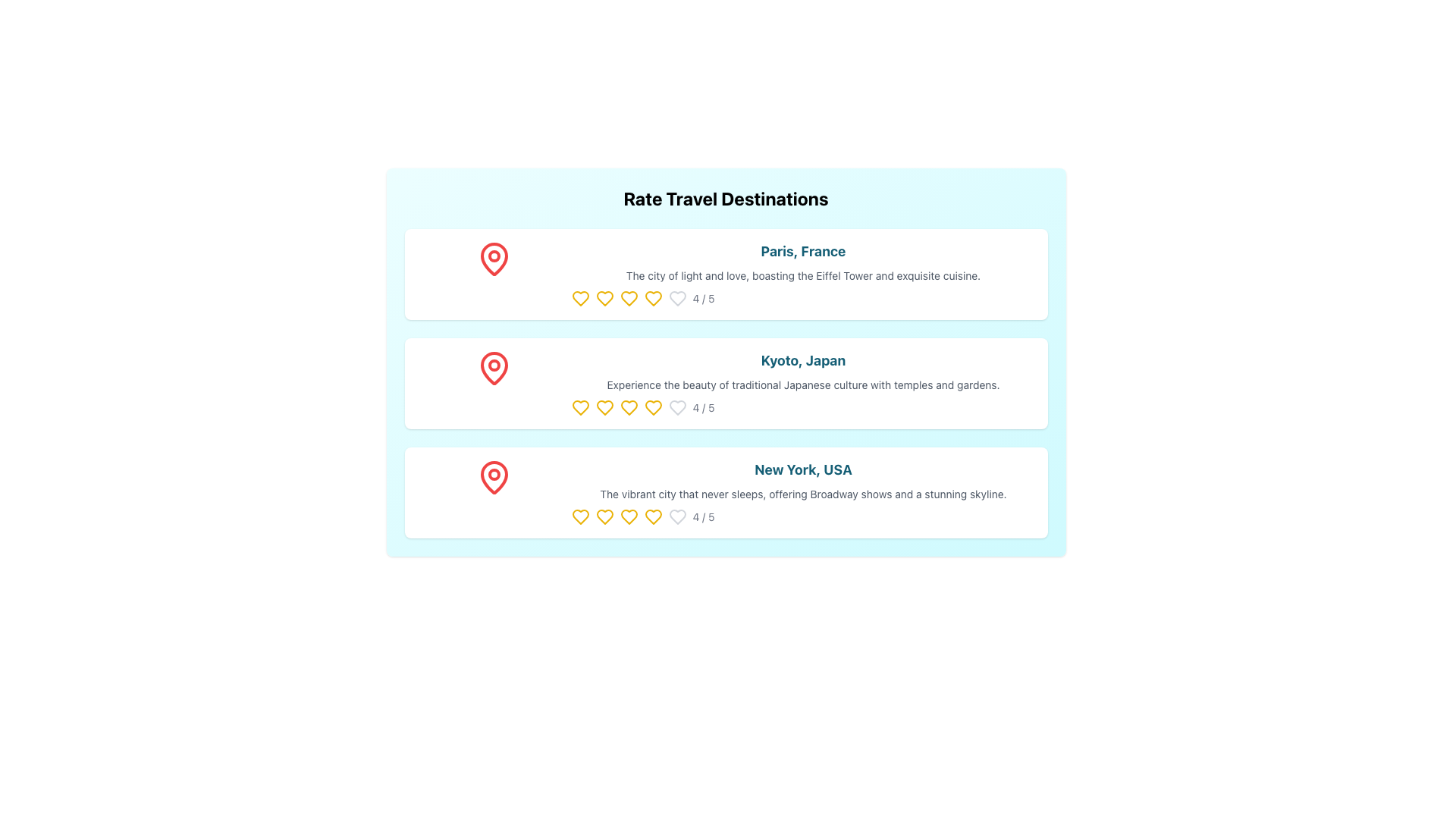 Image resolution: width=1456 pixels, height=819 pixels. What do you see at coordinates (802, 250) in the screenshot?
I see `text content of the header or title element located at the top of the first travel destination card` at bounding box center [802, 250].